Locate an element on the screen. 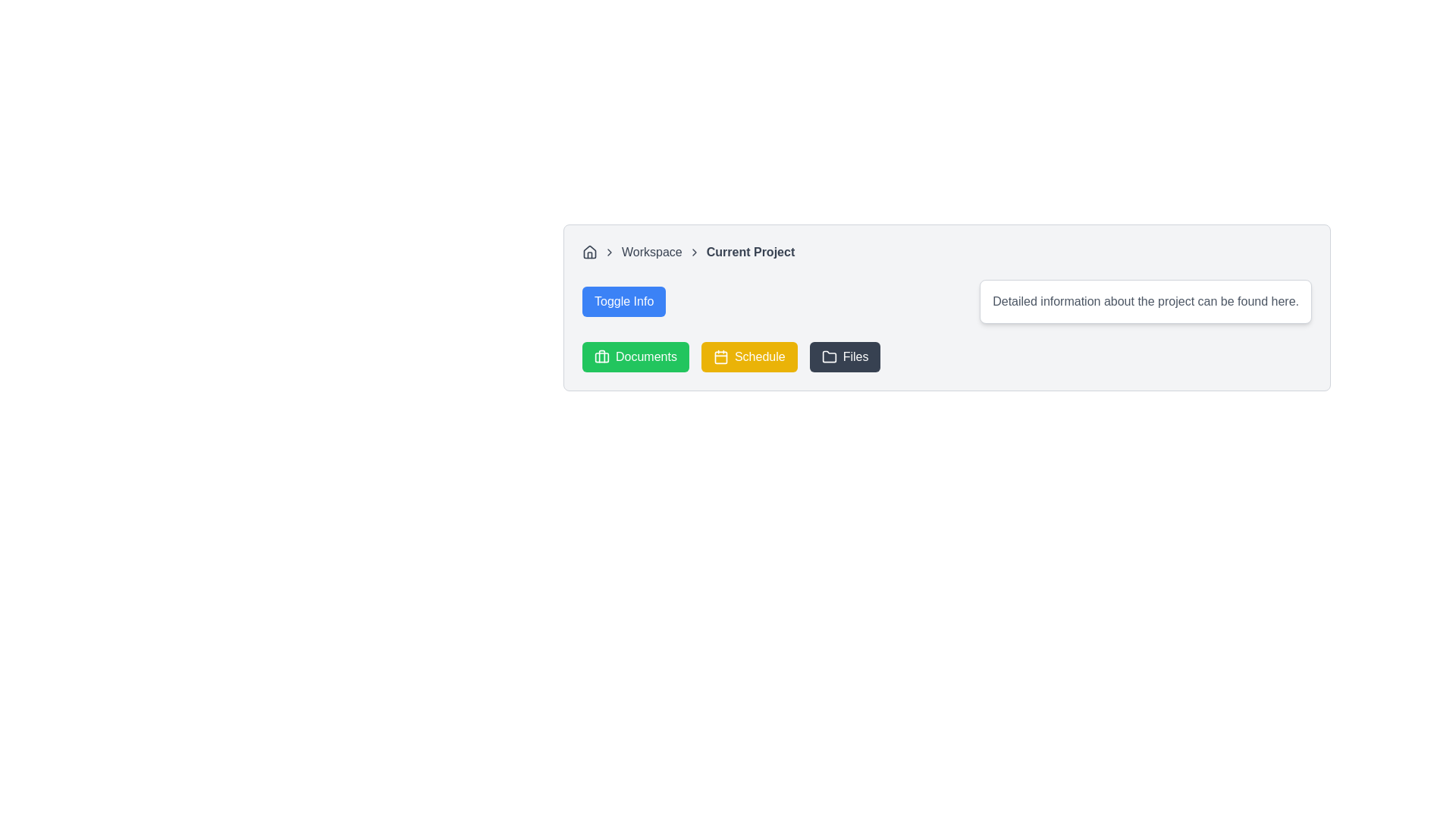  the 'Files' button, which is the third button in a horizontal sequence following 'Documents' and 'Schedule' is located at coordinates (843, 356).